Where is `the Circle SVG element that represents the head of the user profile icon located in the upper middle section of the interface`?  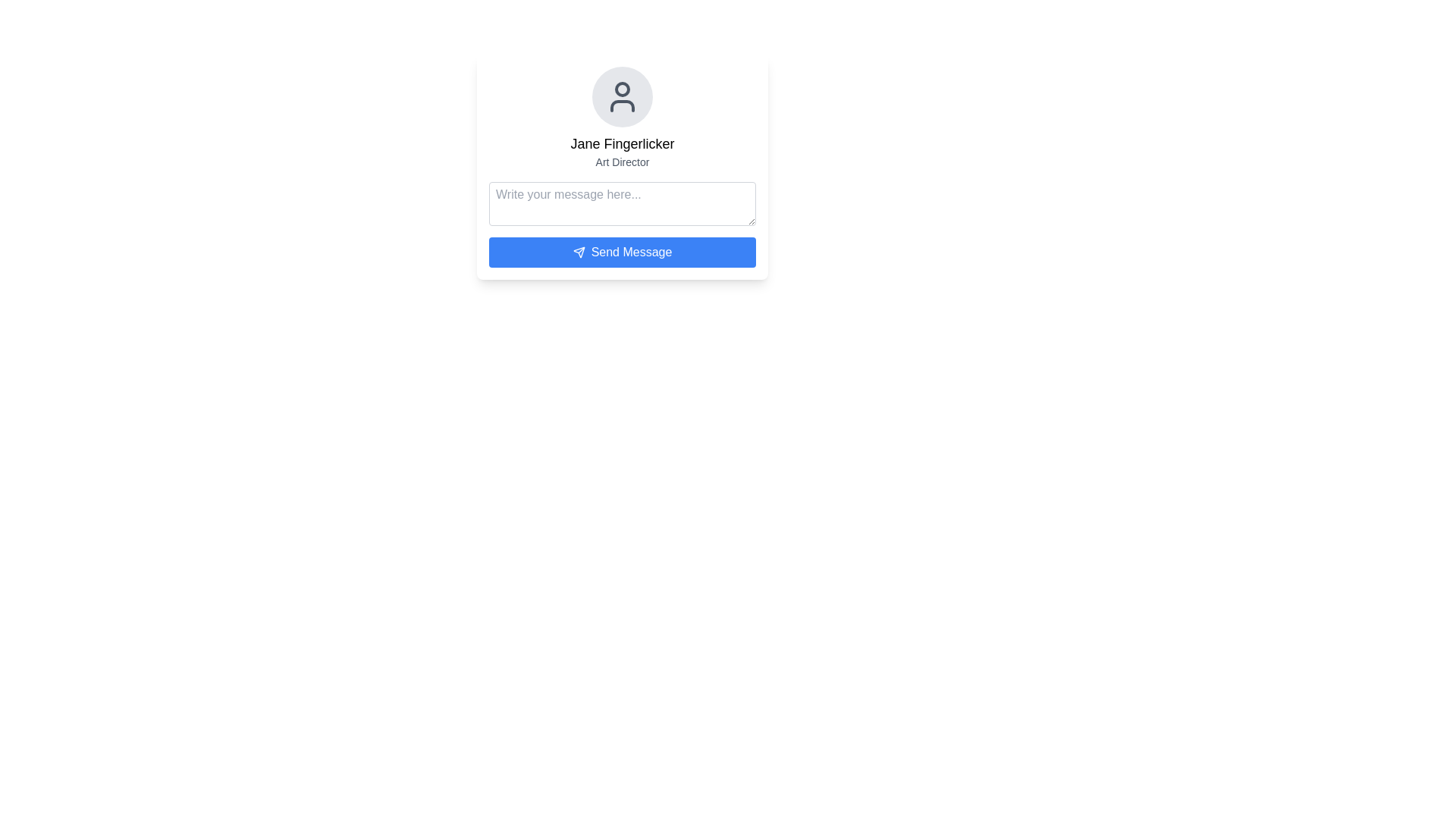
the Circle SVG element that represents the head of the user profile icon located in the upper middle section of the interface is located at coordinates (622, 89).